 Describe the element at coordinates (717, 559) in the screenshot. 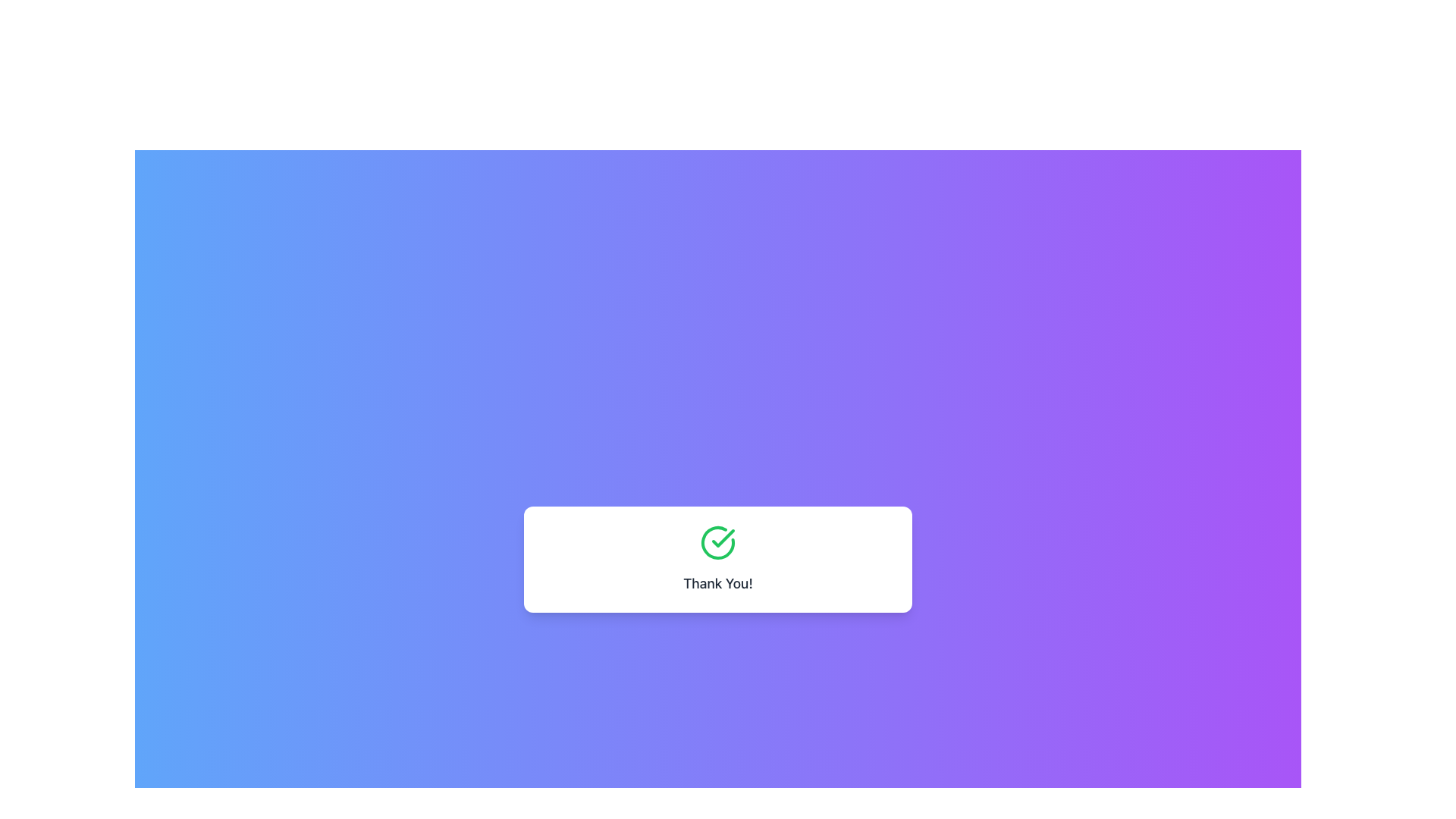

I see `the Text Block with Icon that conveys a success or confirmation message, centrally placed within a white card with rounded corners and shadow` at that location.